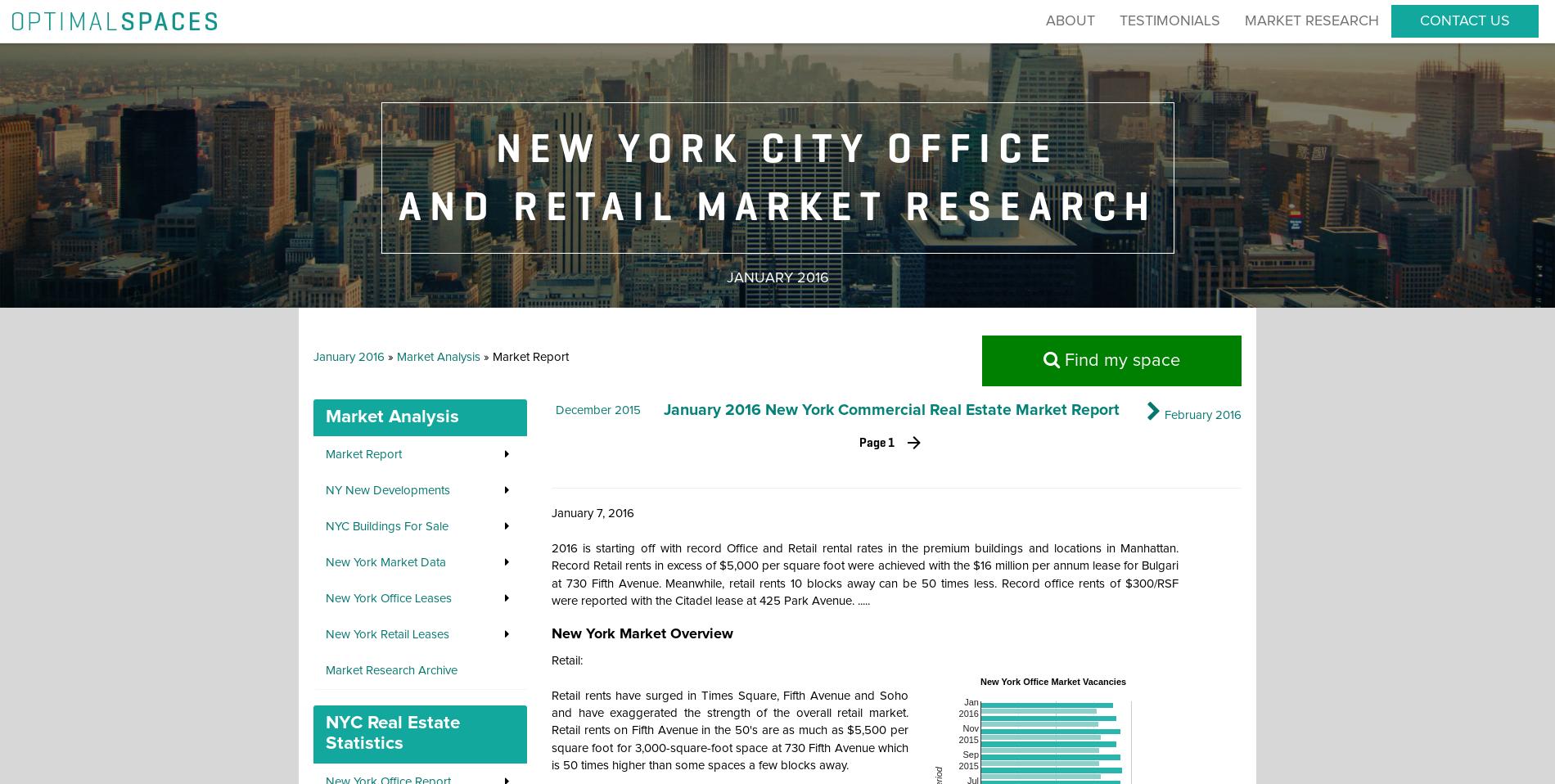 This screenshot has height=784, width=1555. I want to click on 'New York Office Market Vacancies', so click(979, 680).